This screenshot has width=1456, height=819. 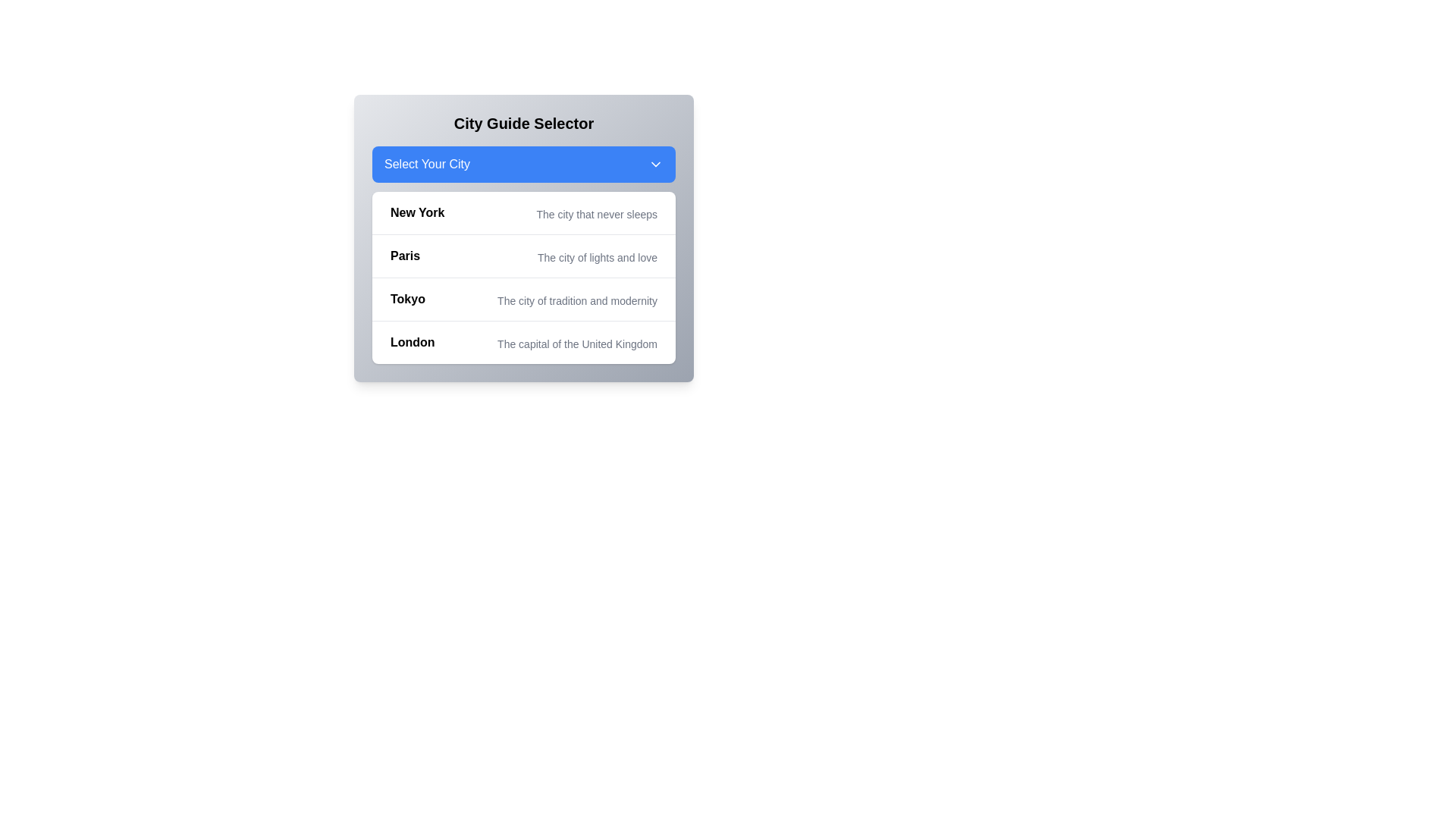 What do you see at coordinates (524, 122) in the screenshot?
I see `the Static text header labeled 'City Guide Selector', which is prominently displayed in a bold, extra-large font at the top of the card layout` at bounding box center [524, 122].